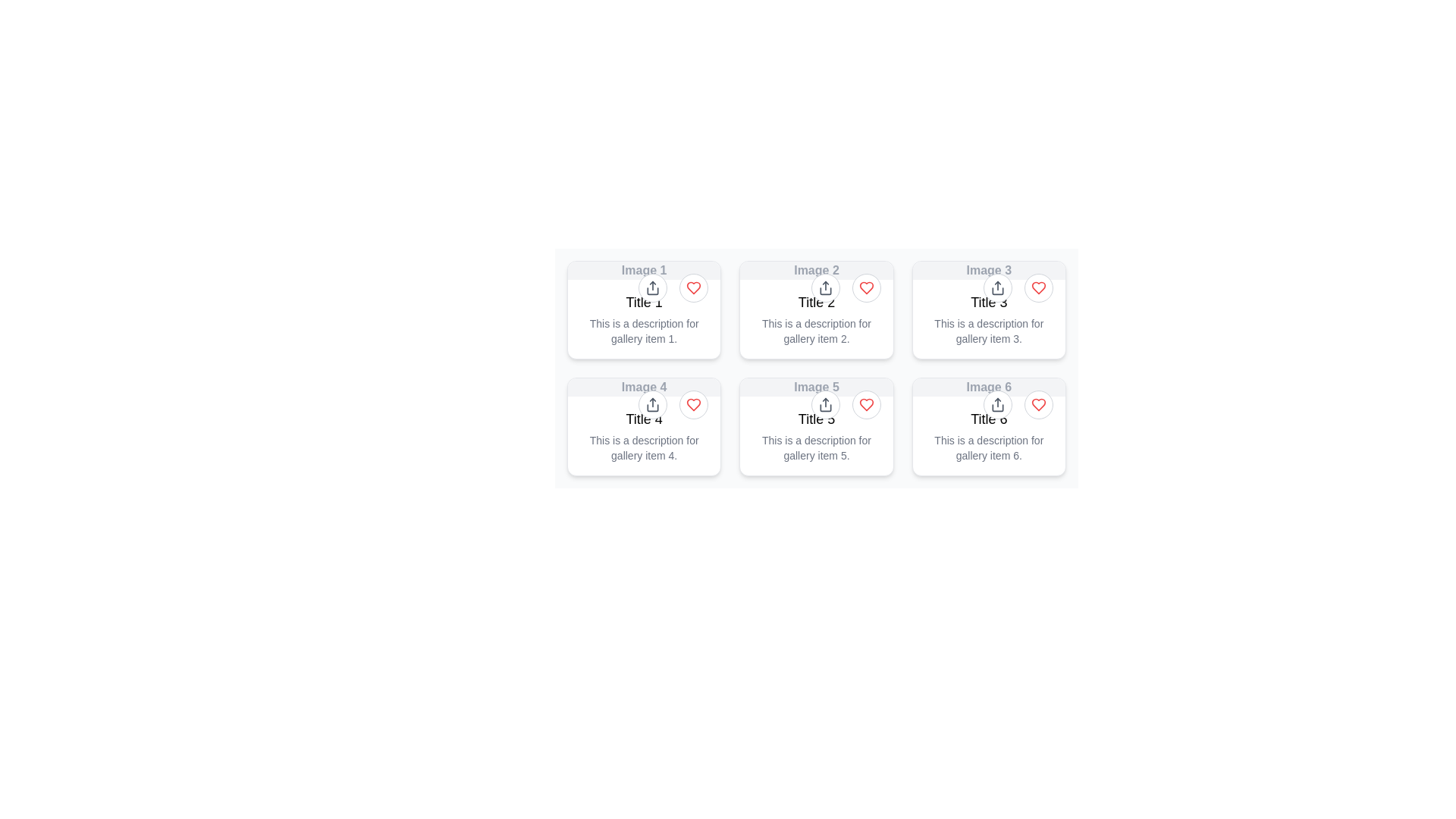  I want to click on the static text label at the top of the first card in the grid layout, which identifies the image associated with the card, so click(644, 270).